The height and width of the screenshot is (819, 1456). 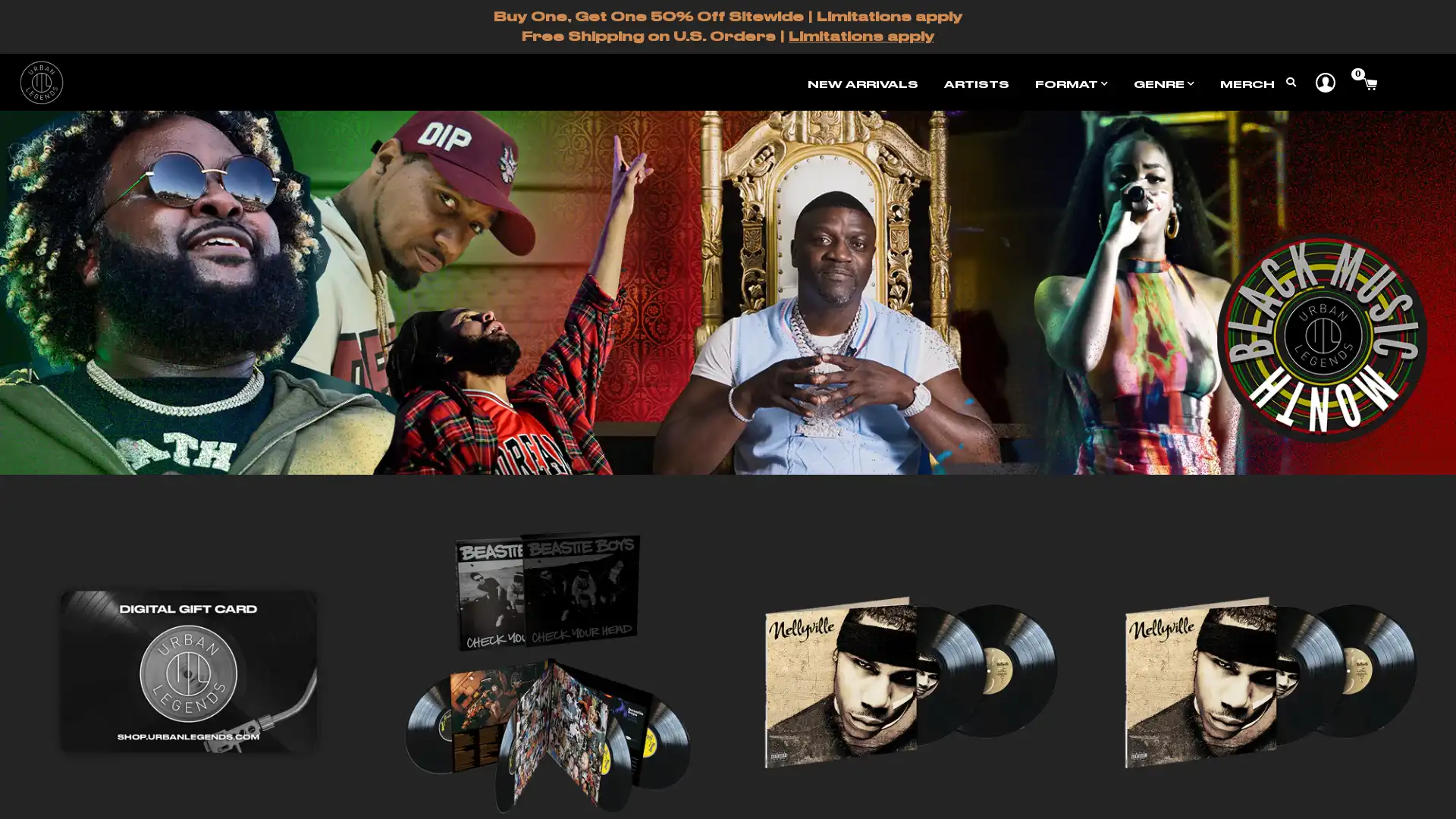 What do you see at coordinates (729, 268) in the screenshot?
I see `SIGN UP` at bounding box center [729, 268].